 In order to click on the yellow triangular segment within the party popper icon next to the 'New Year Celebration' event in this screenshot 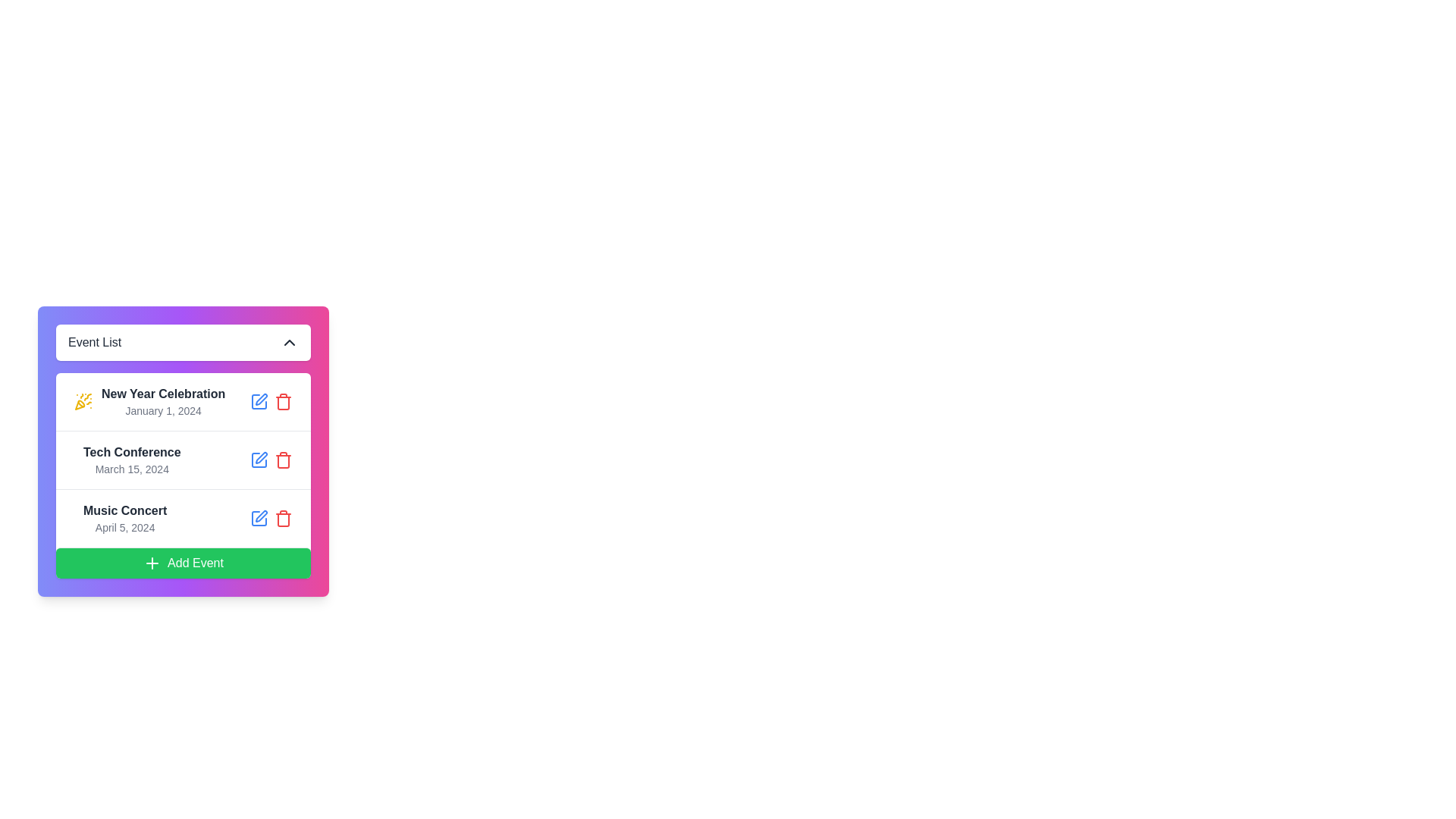, I will do `click(79, 404)`.